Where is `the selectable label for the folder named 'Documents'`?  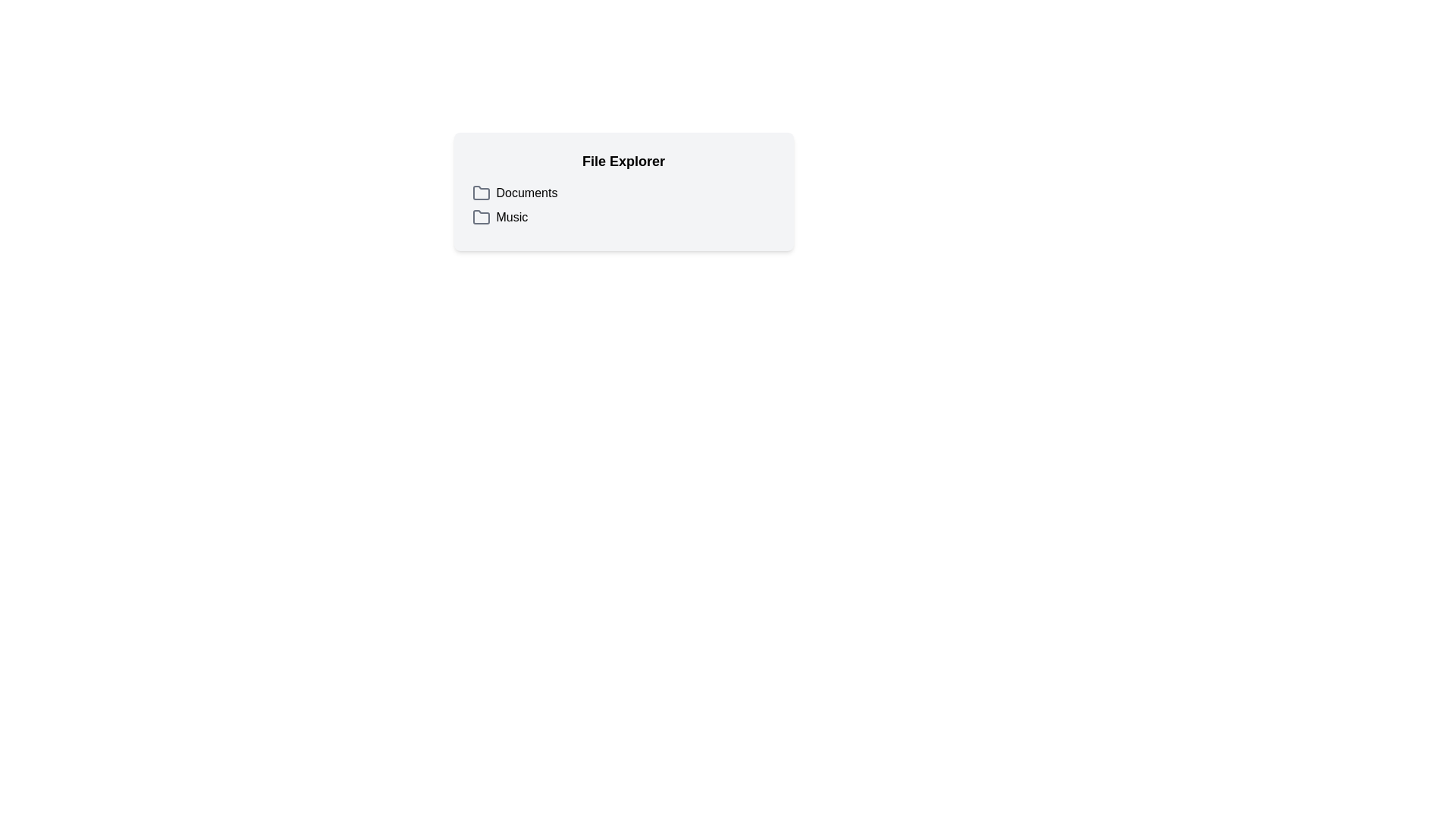
the selectable label for the folder named 'Documents' is located at coordinates (527, 192).